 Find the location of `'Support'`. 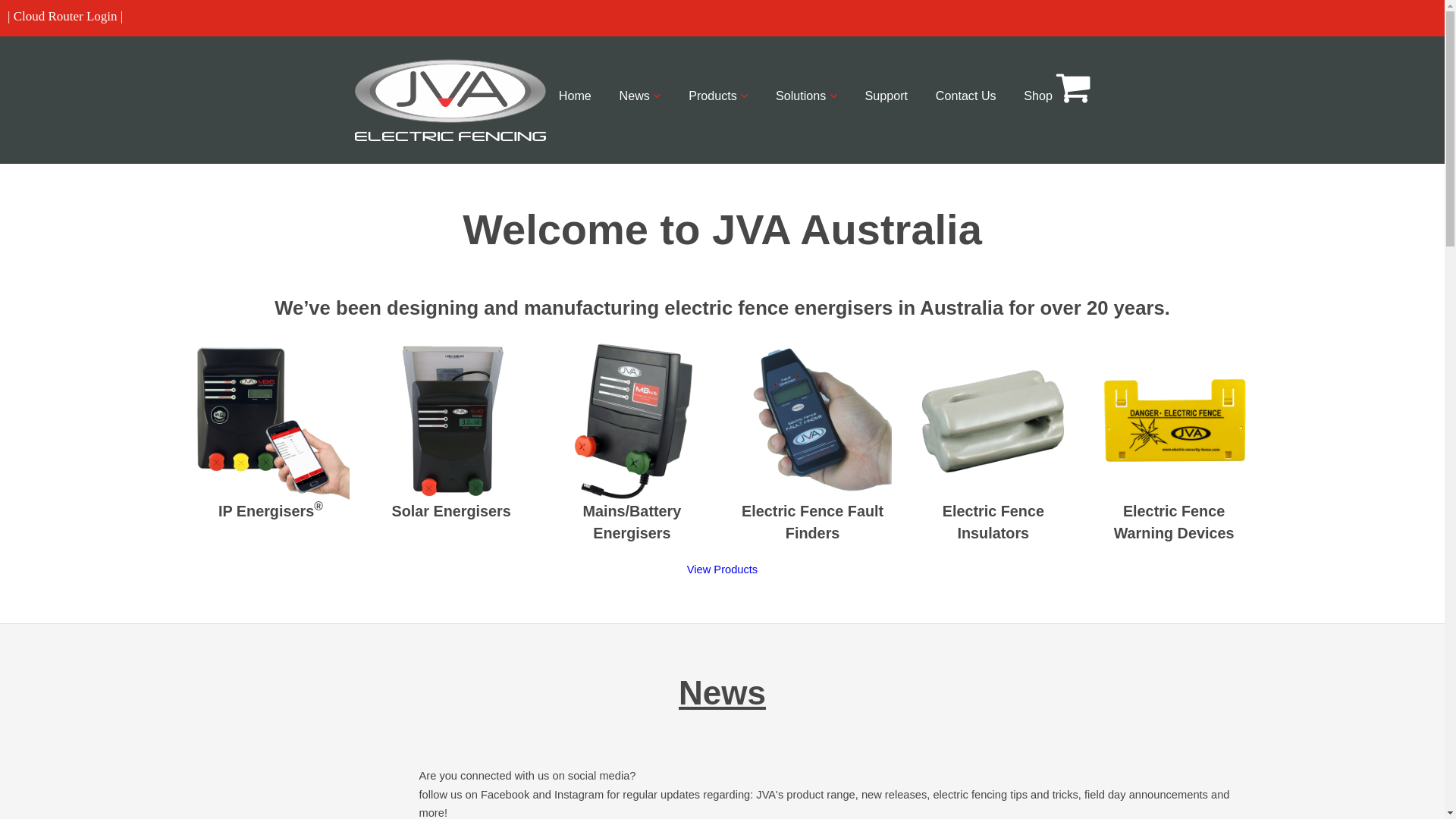

'Support' is located at coordinates (886, 96).